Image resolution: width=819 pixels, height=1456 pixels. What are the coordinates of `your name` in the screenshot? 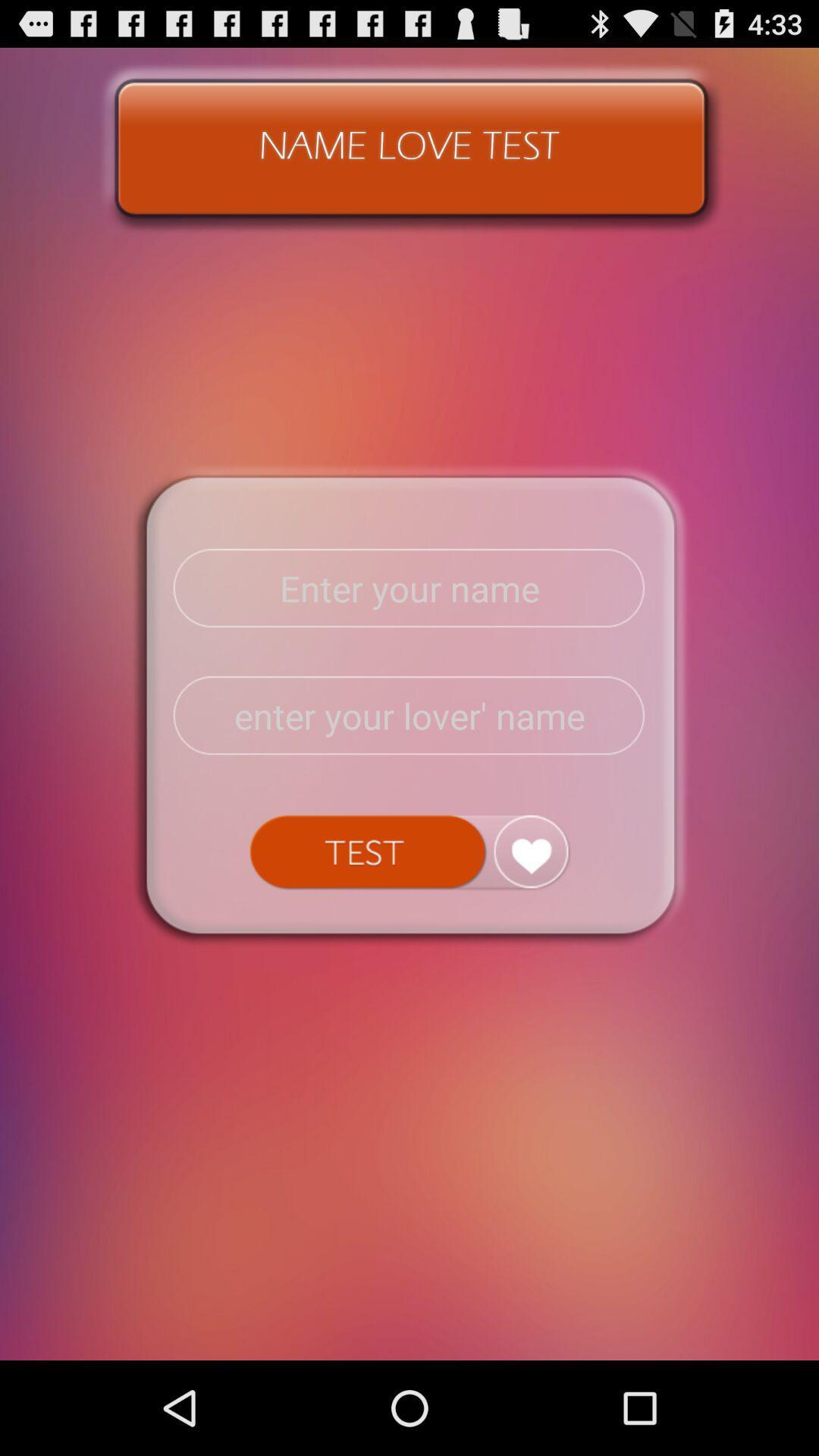 It's located at (409, 588).